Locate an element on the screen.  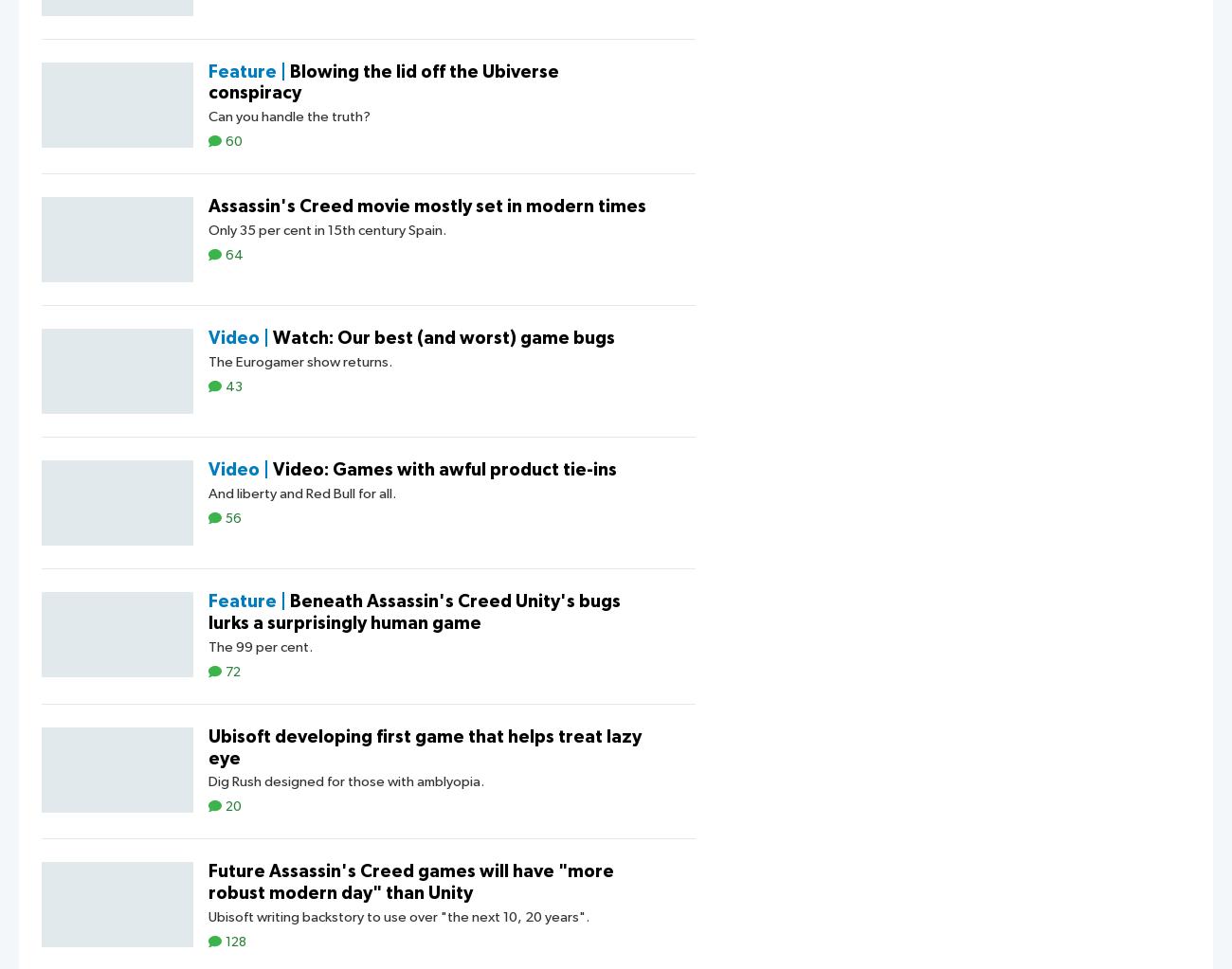
'The Eurogamer show returns.' is located at coordinates (299, 360).